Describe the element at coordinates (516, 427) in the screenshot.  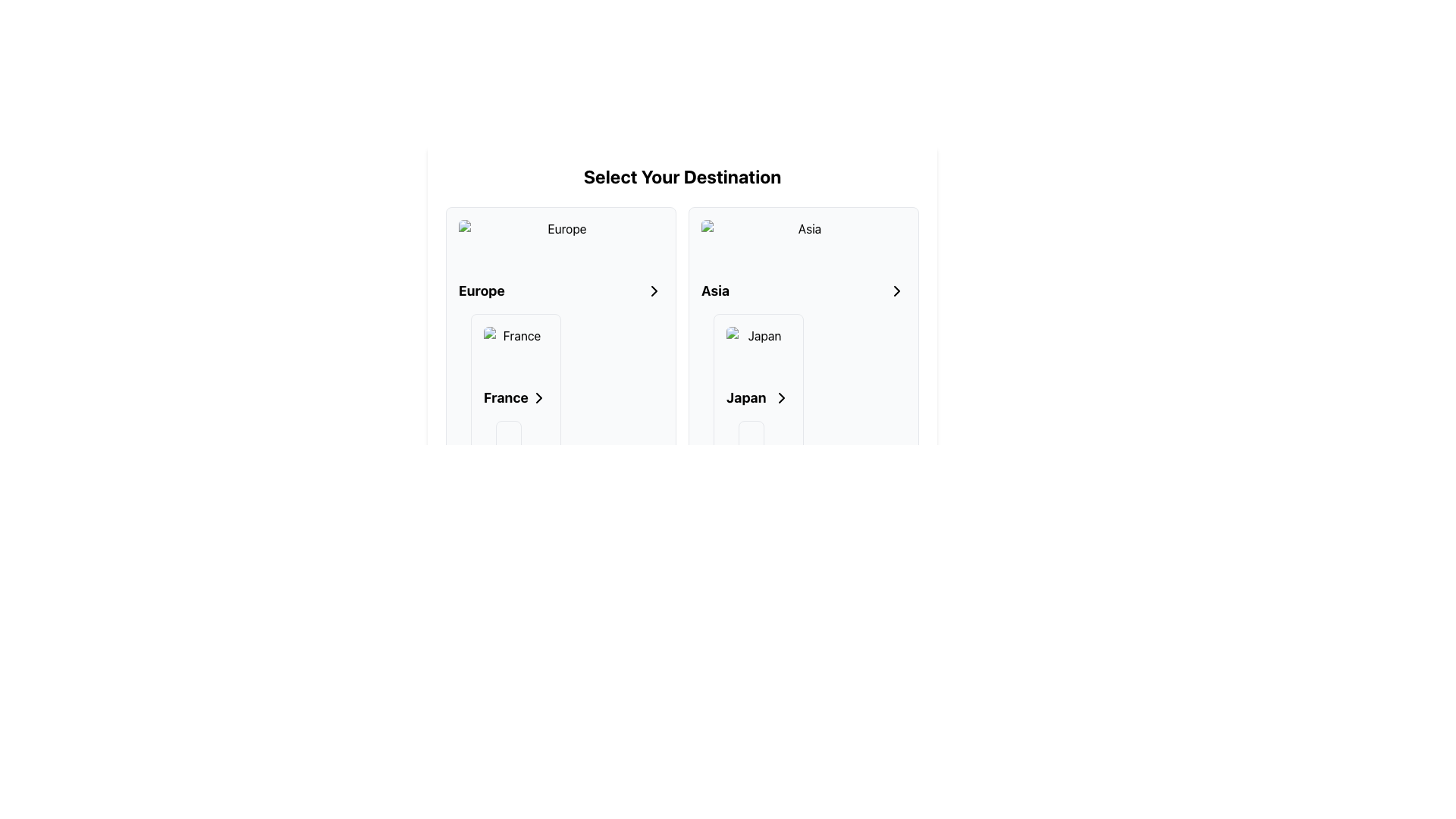
I see `the selection card for 'France' located in the left-hand column under 'Europe'` at that location.